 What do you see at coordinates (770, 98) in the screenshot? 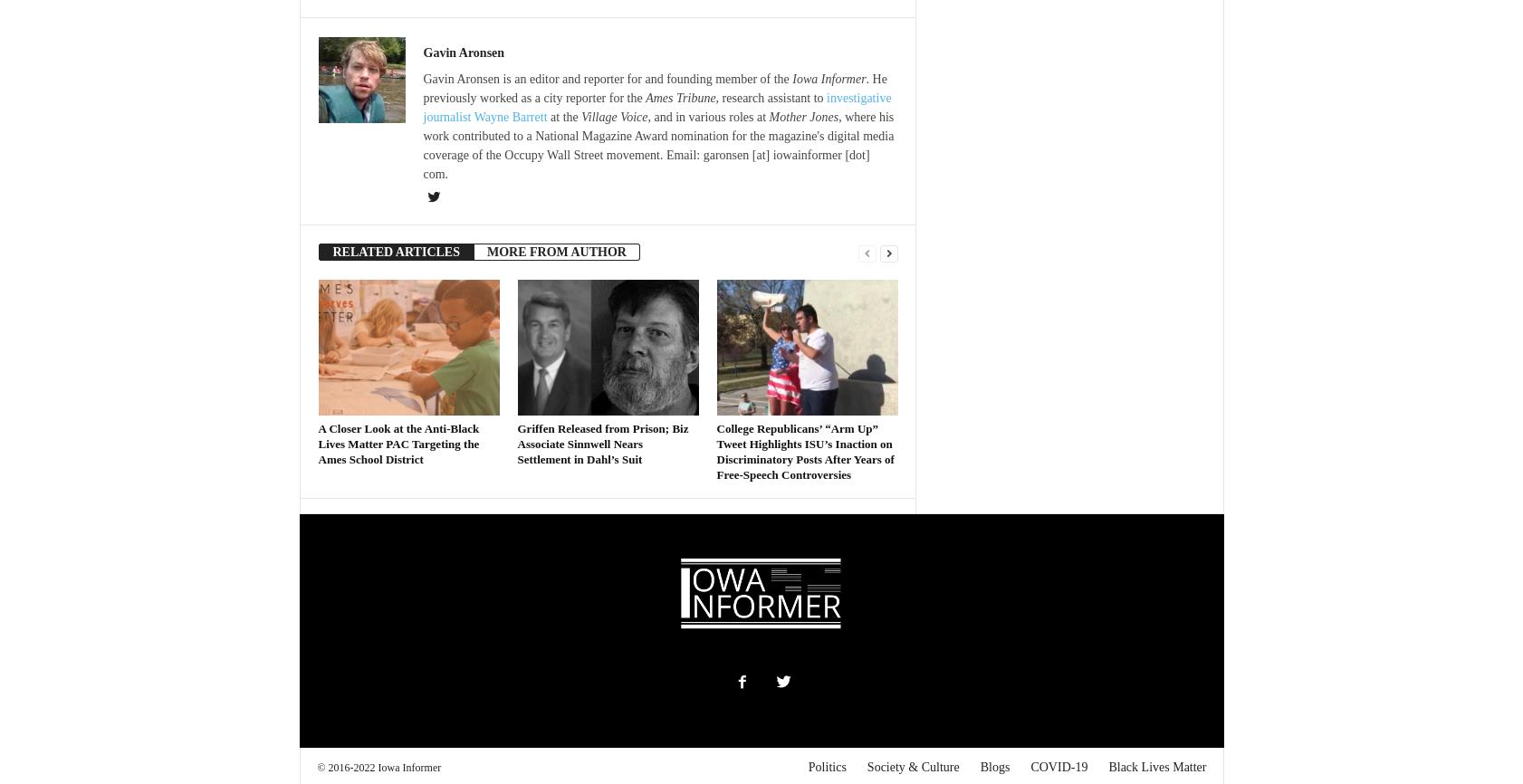
I see `', research assistant to'` at bounding box center [770, 98].